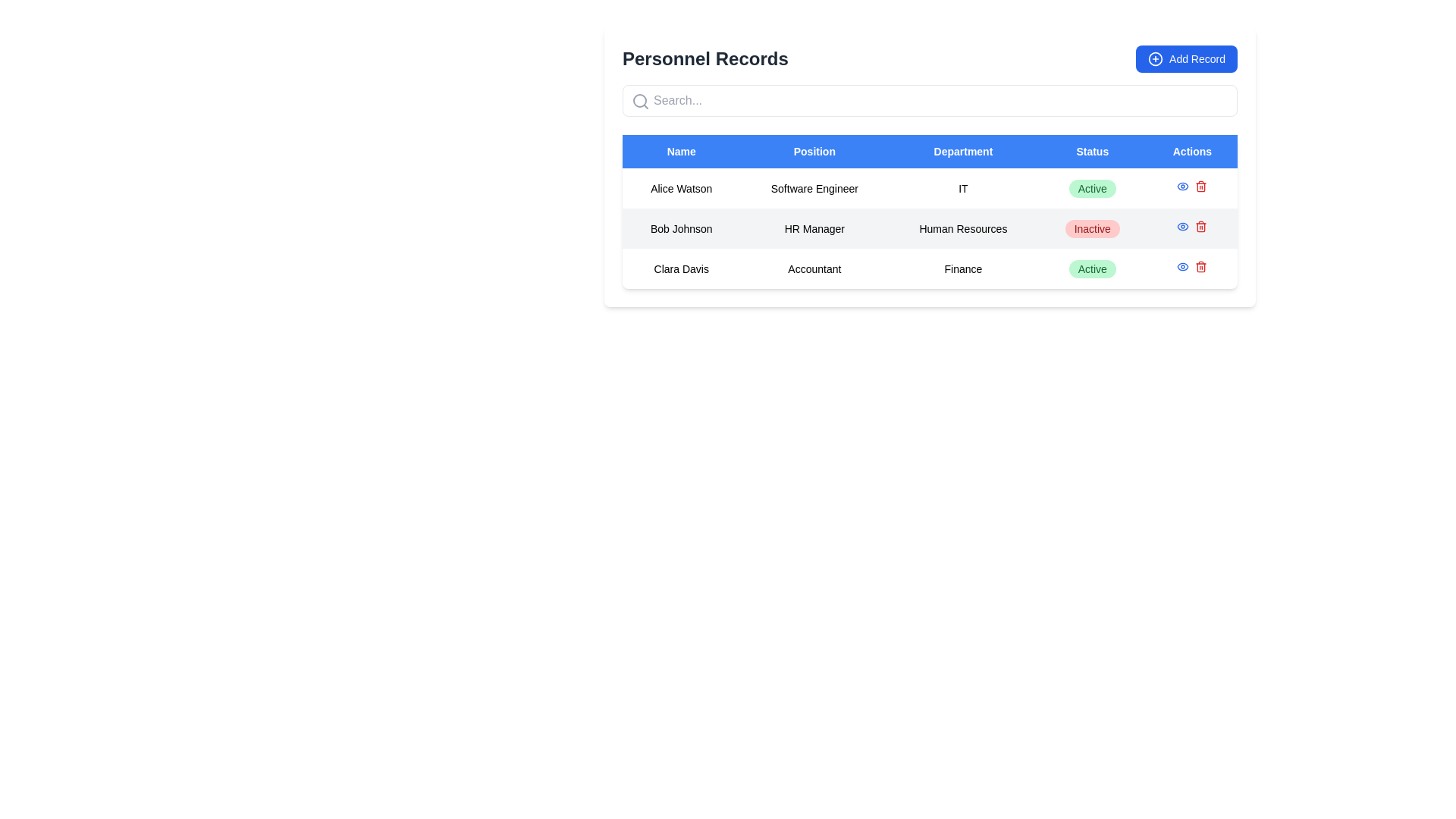  I want to click on the group of icon buttons containing a blue eye icon and a red trashcan icon located in the 'Actions' column of Alice Watson's record, so click(1191, 187).